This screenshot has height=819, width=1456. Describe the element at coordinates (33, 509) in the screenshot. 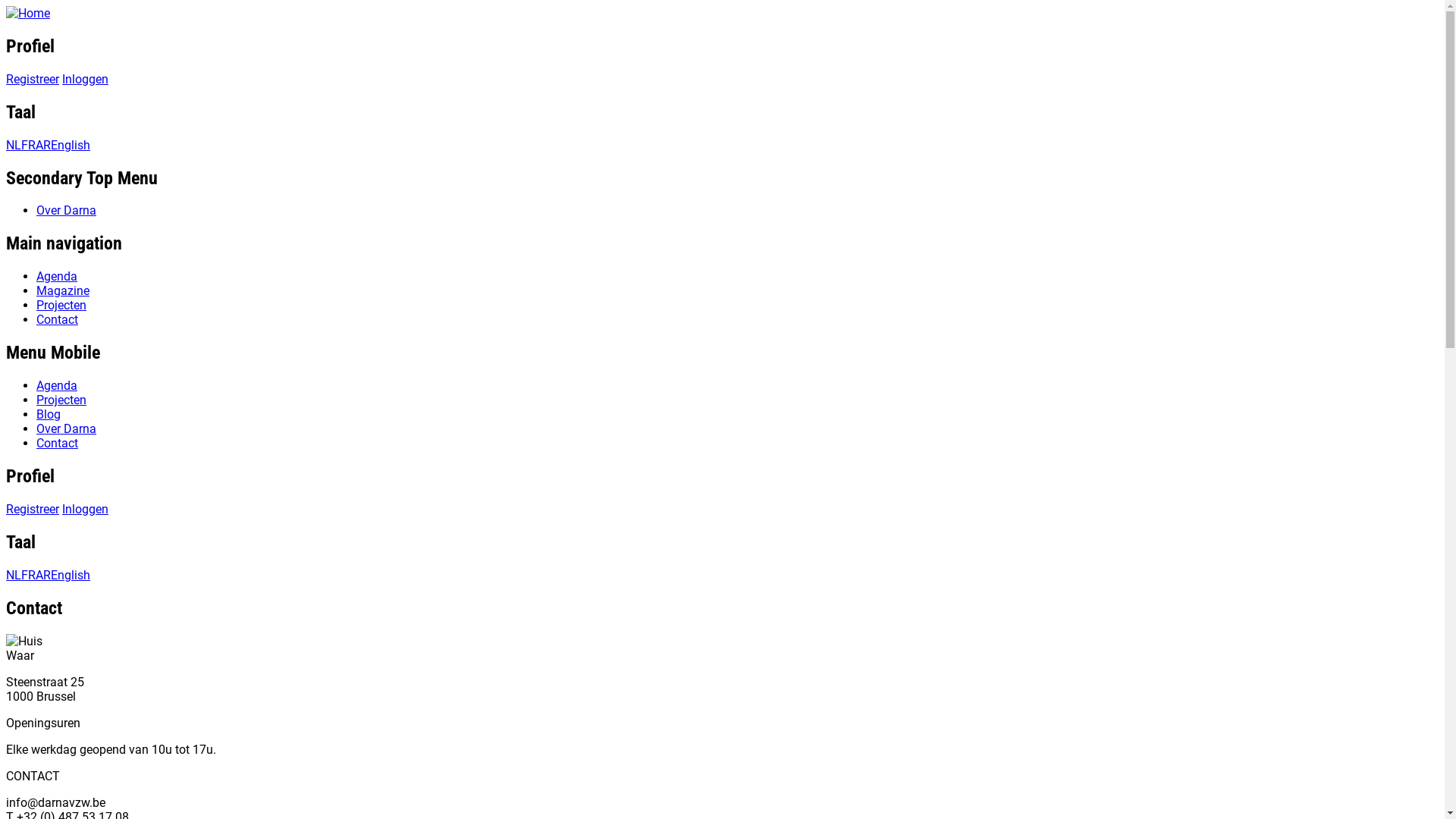

I see `'Registreer'` at that location.